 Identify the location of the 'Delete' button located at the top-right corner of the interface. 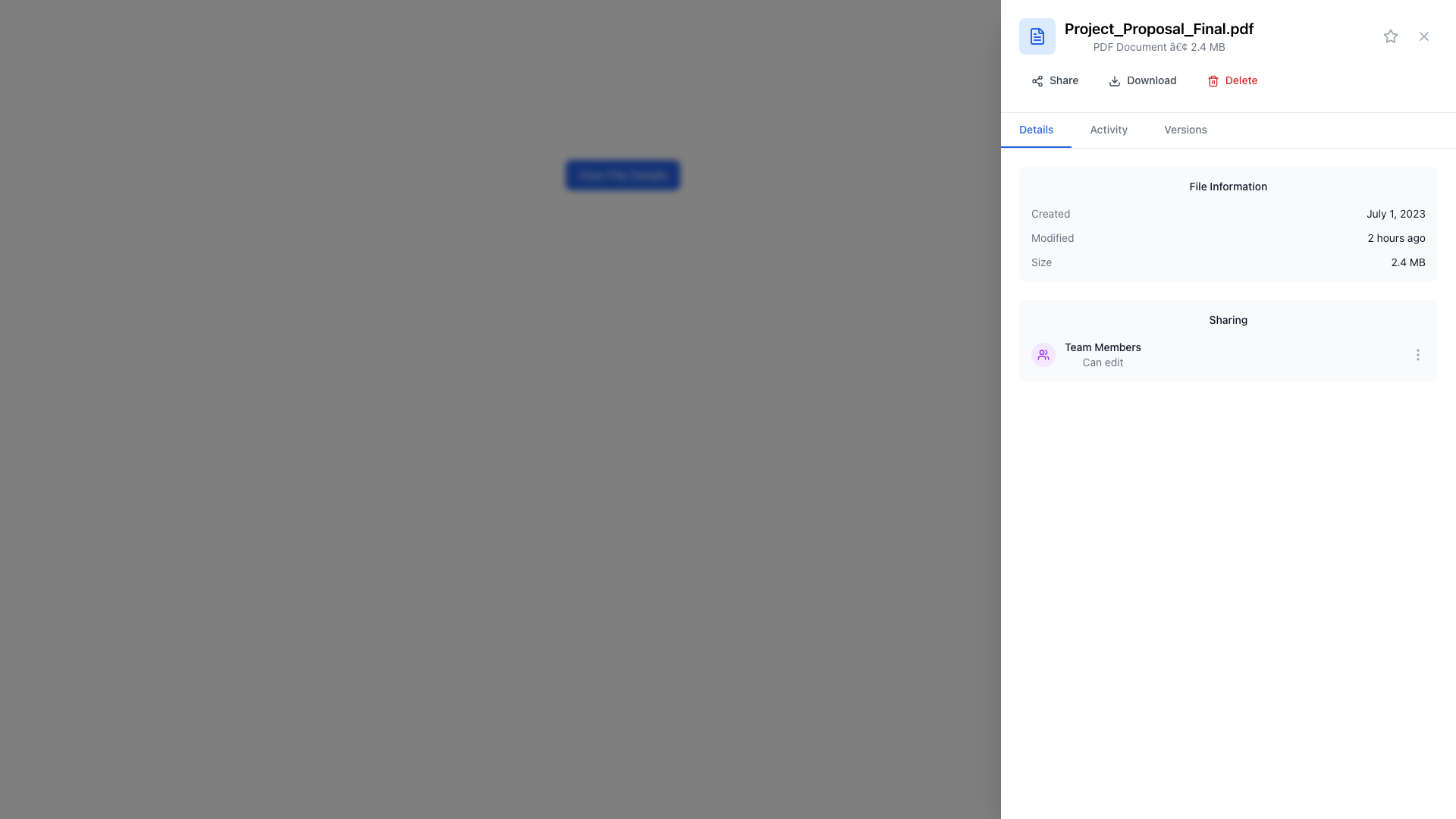
(1232, 80).